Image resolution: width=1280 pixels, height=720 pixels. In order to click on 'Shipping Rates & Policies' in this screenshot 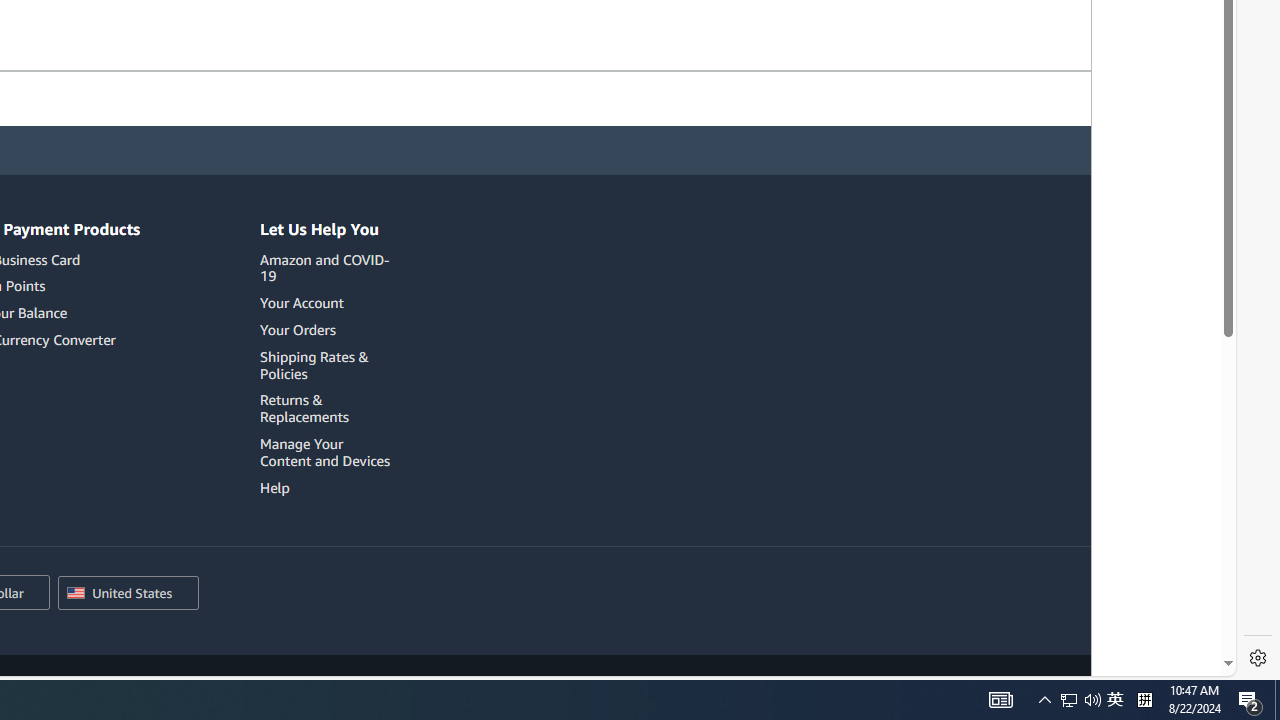, I will do `click(328, 365)`.